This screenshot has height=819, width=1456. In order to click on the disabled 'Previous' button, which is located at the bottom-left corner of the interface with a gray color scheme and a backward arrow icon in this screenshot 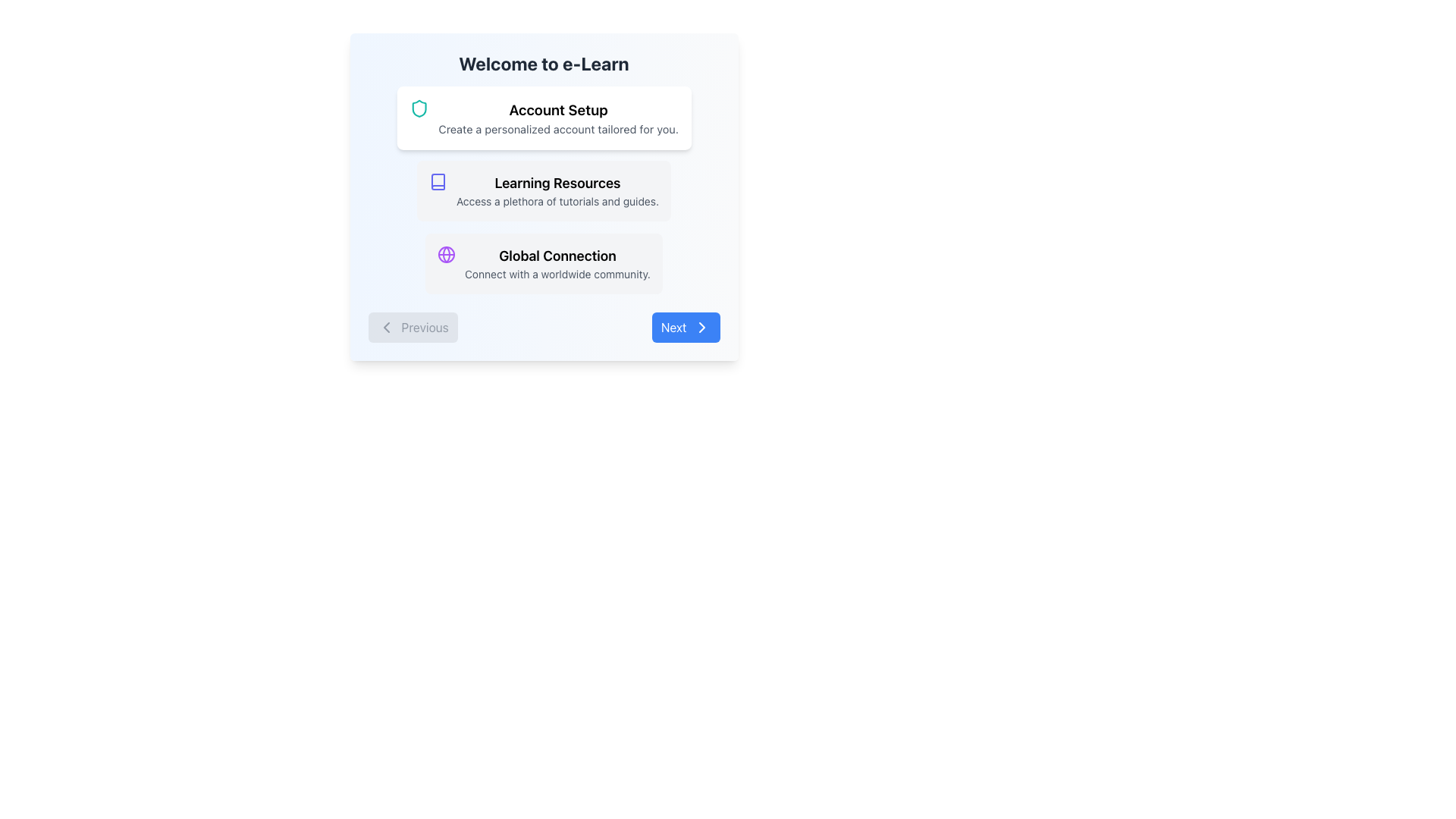, I will do `click(413, 327)`.